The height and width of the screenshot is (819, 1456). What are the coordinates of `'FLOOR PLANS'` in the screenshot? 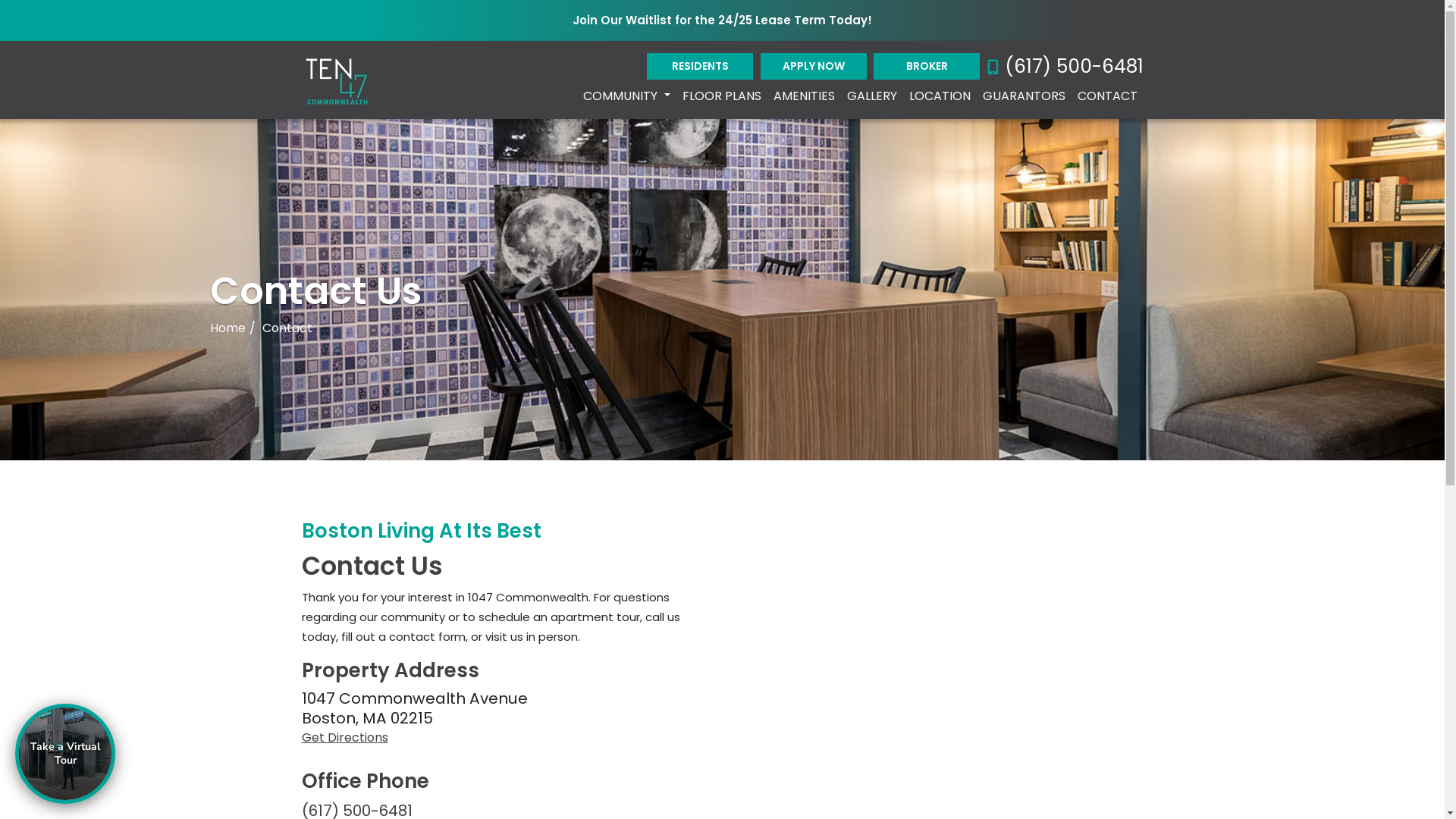 It's located at (720, 96).